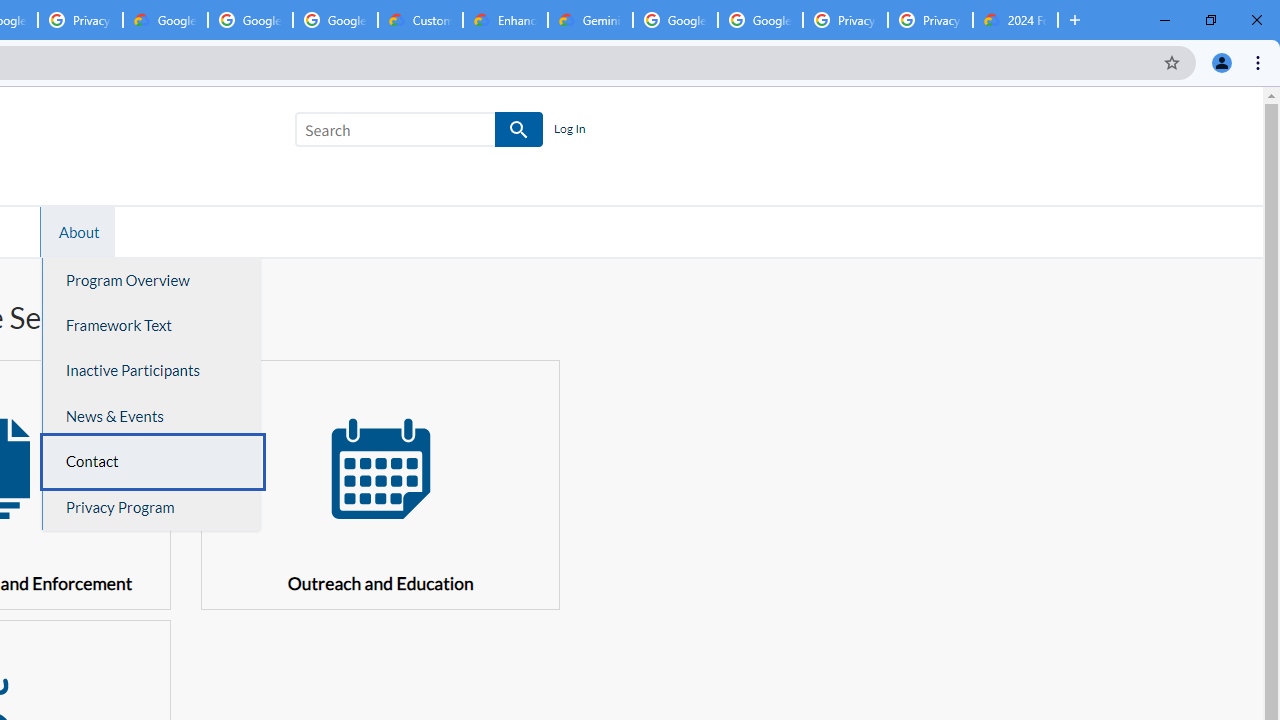 The height and width of the screenshot is (720, 1280). I want to click on 'Privacy Program', so click(151, 506).